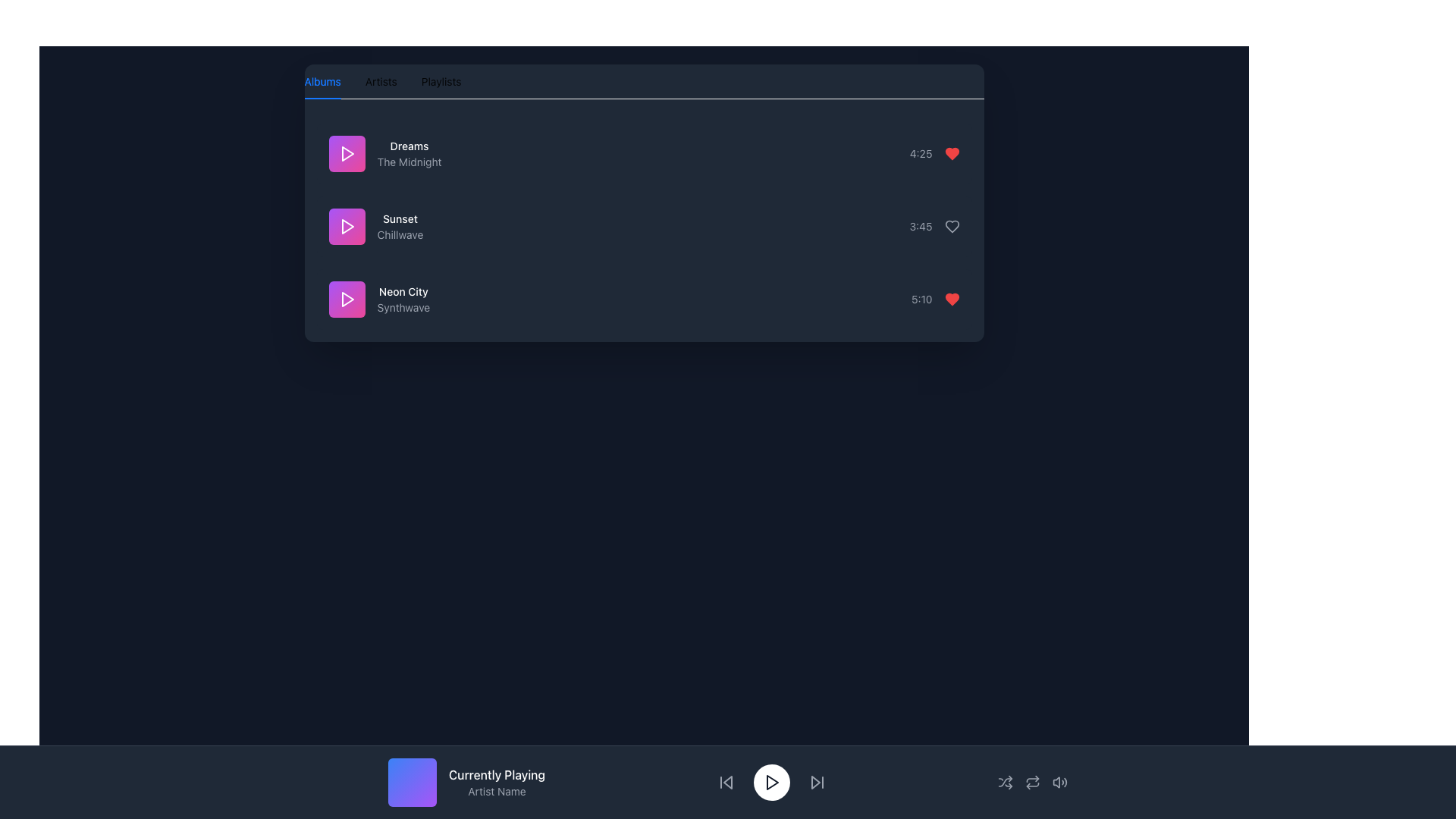 This screenshot has height=819, width=1456. Describe the element at coordinates (403, 299) in the screenshot. I see `the text label displaying the title and genre of the song in the third item of the vertical list, located to the right of the purple play icon and above the song duration and heart icon` at that location.